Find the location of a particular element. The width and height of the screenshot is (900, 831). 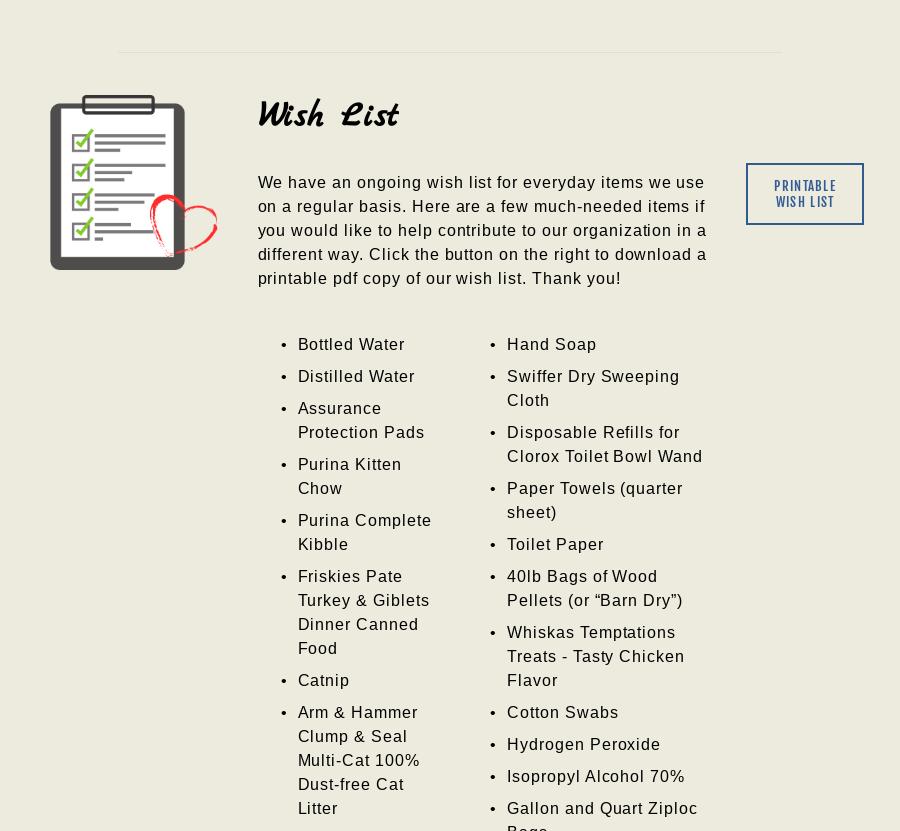

'40lb Bags of Wood Pellets (or “Barn Dry”)' is located at coordinates (504, 588).